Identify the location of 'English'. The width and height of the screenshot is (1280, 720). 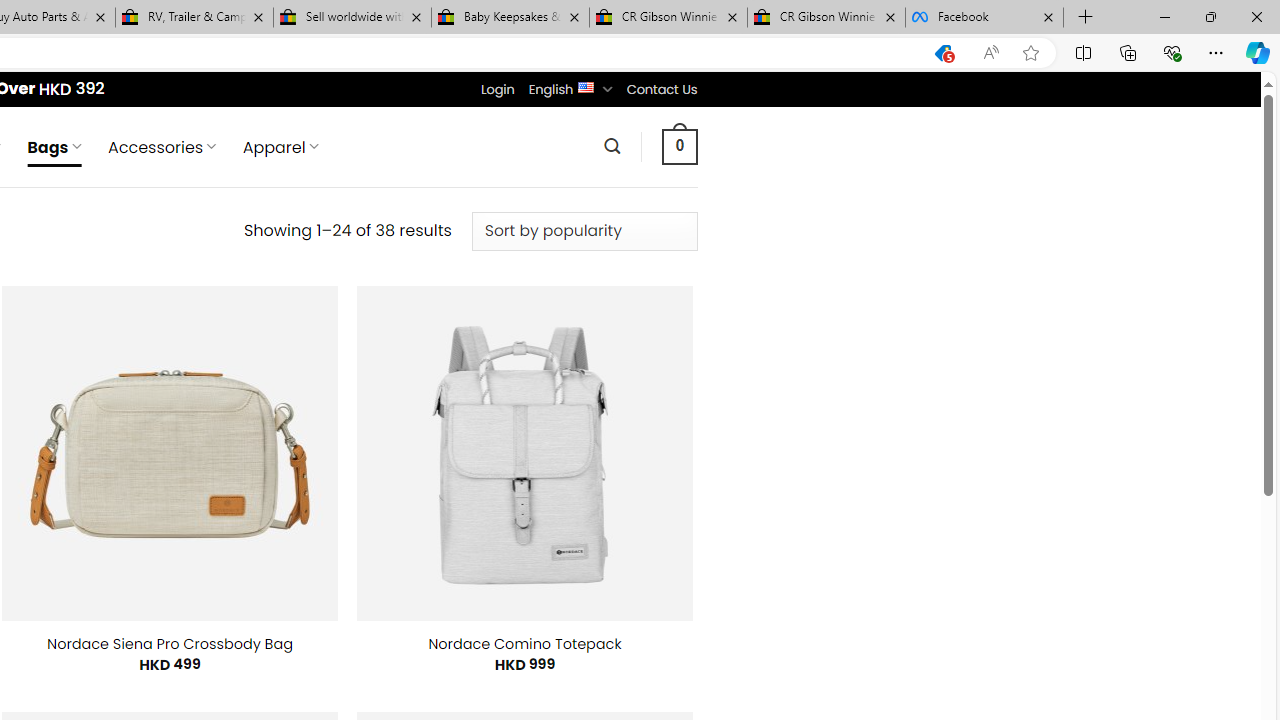
(585, 85).